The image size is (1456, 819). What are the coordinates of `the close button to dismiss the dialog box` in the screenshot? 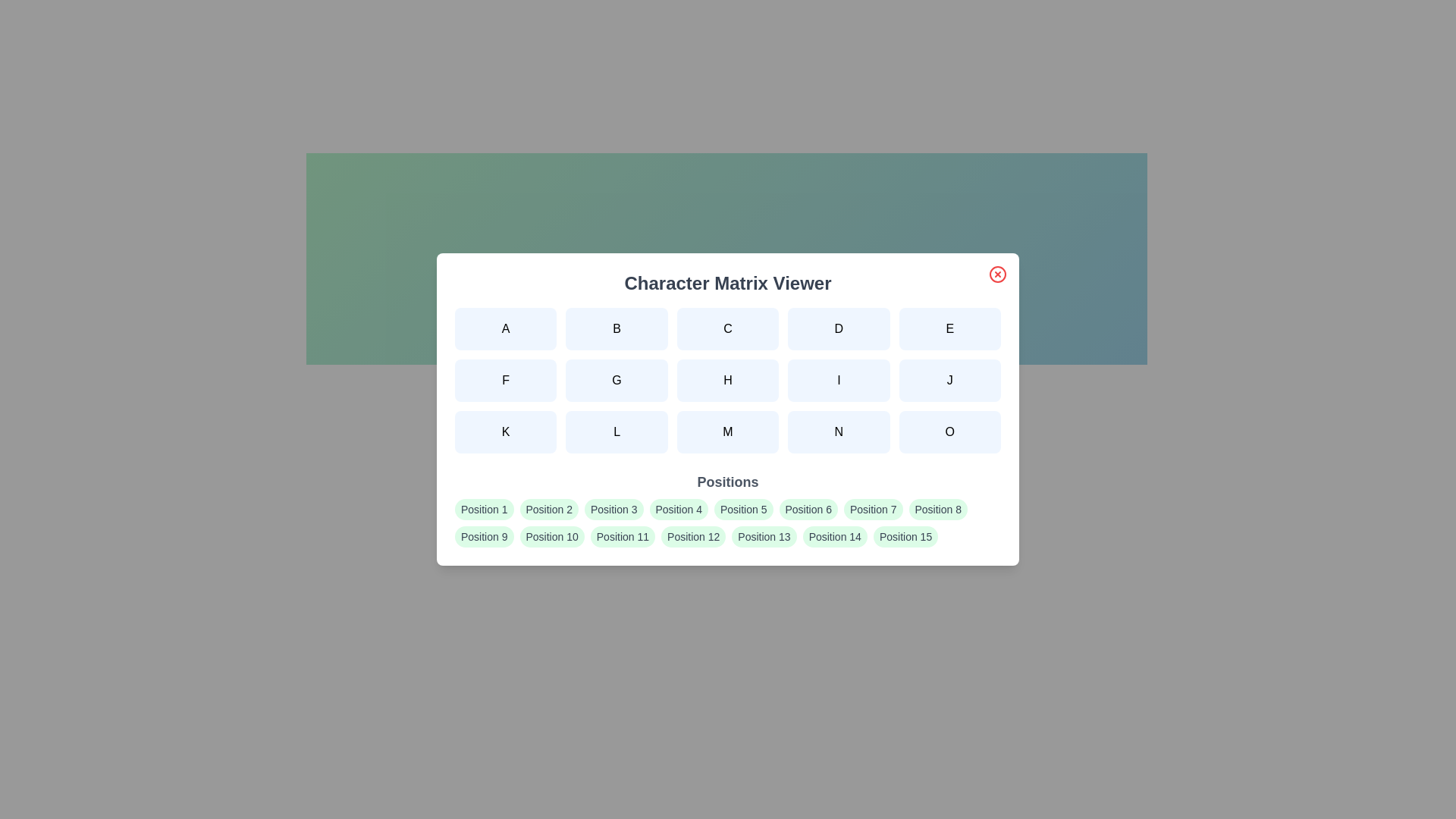 It's located at (997, 275).